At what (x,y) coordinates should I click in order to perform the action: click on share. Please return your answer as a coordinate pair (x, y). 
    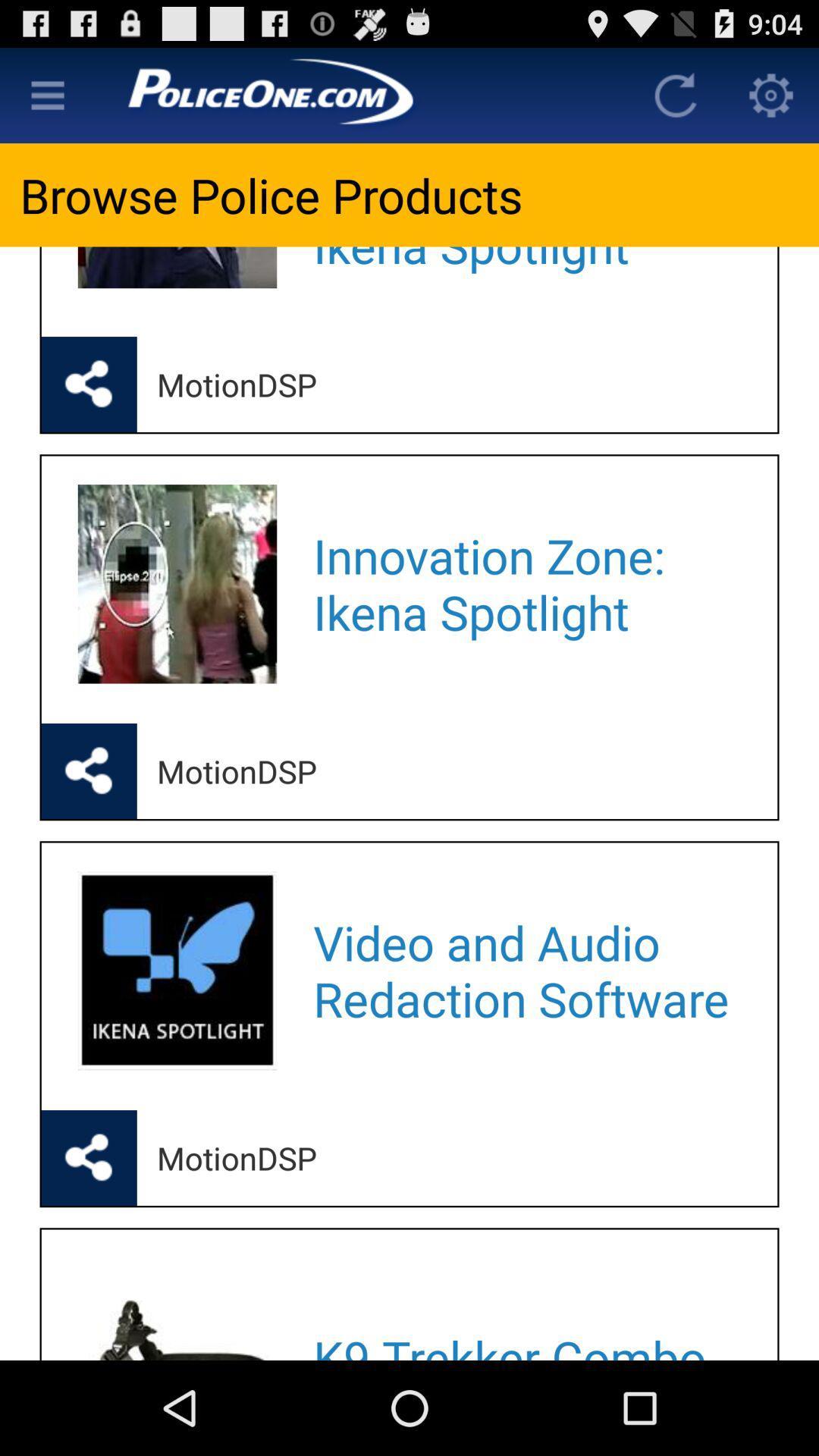
    Looking at the image, I should click on (89, 1156).